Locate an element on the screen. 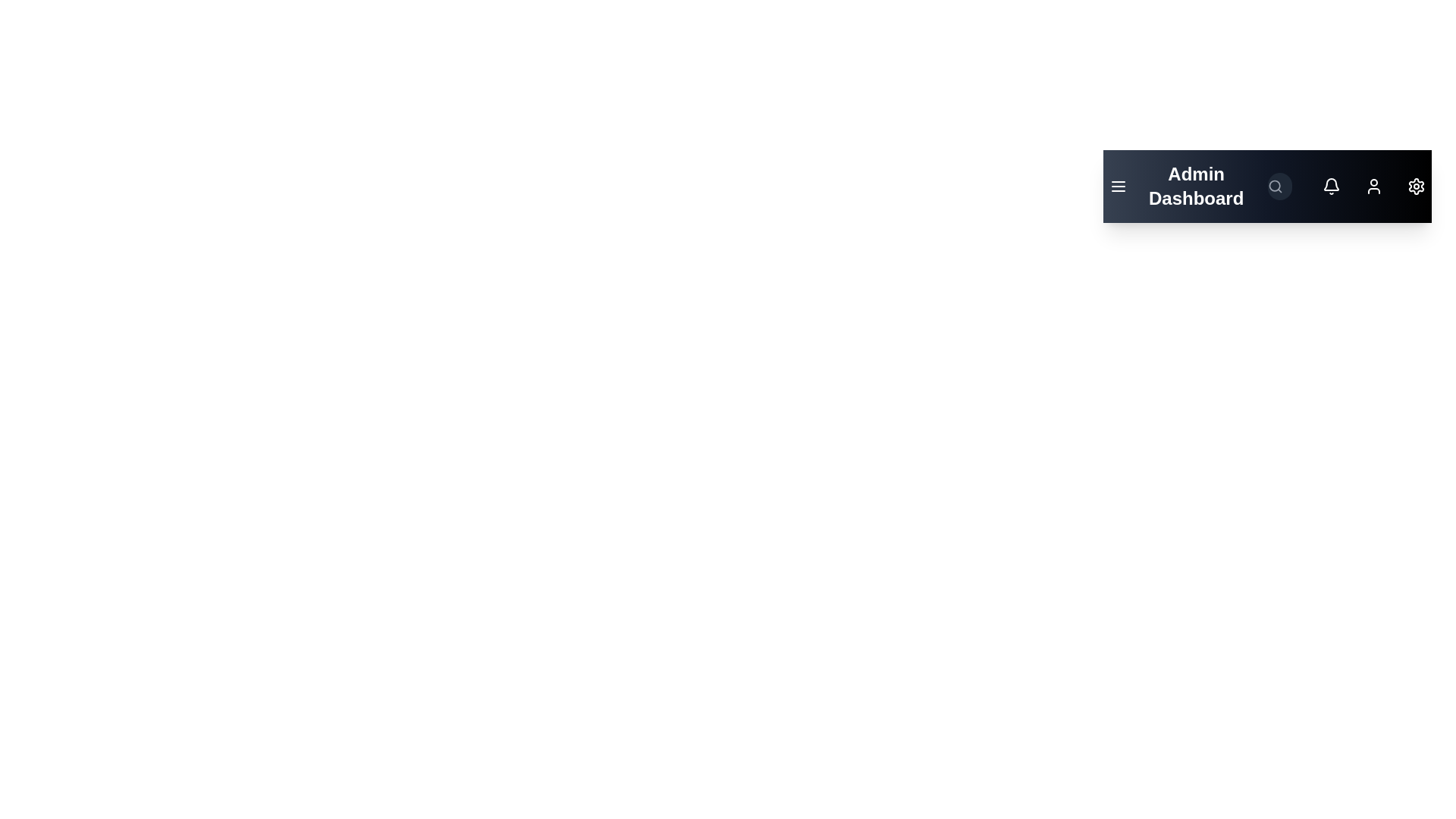  the title text 'Admin Dashboard' is located at coordinates (1195, 186).